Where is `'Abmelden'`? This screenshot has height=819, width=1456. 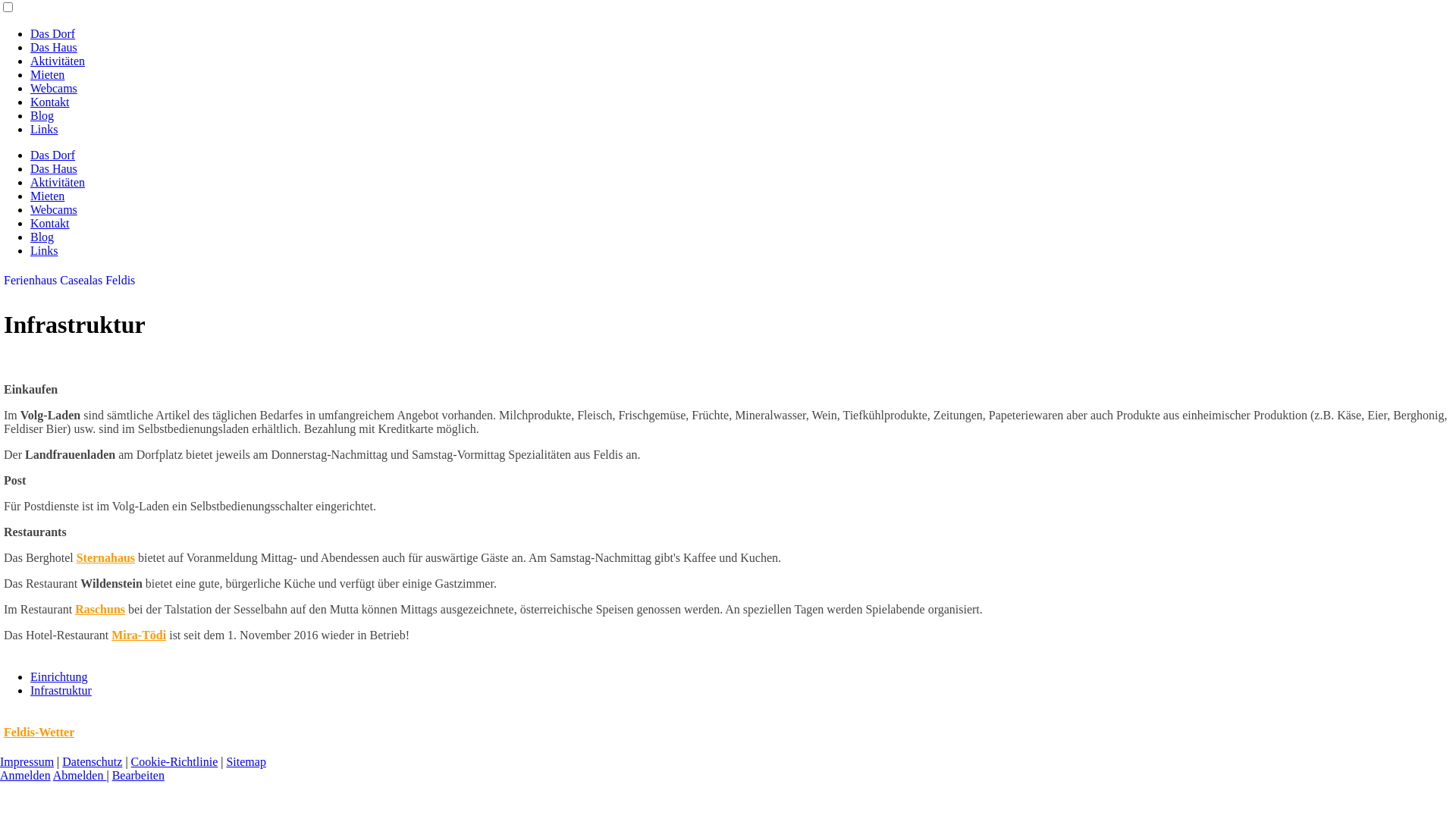 'Abmelden' is located at coordinates (79, 775).